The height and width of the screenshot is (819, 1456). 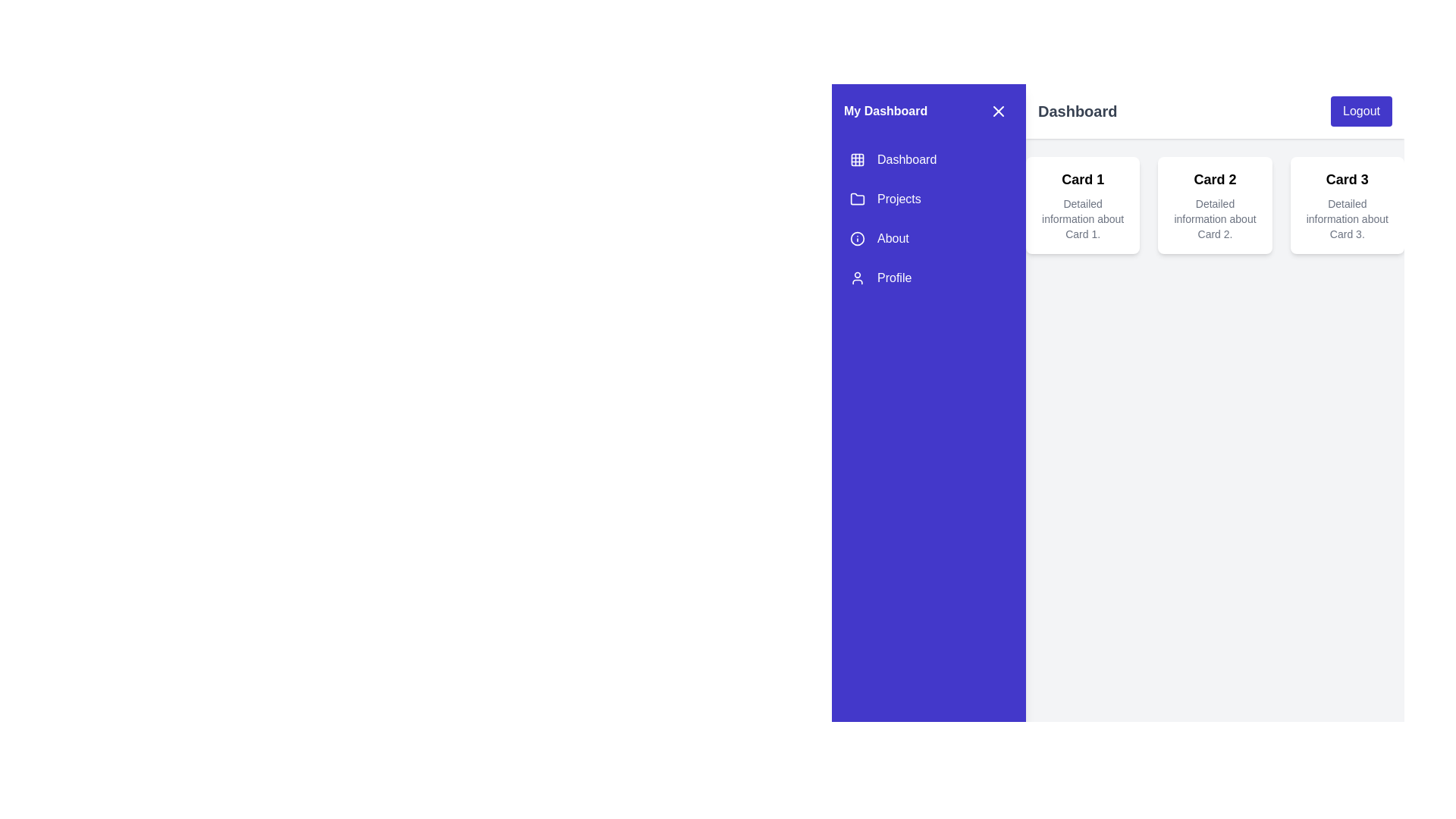 I want to click on the 'Projects' Interactive Navigation Item in the vertical navigation menu, so click(x=927, y=198).